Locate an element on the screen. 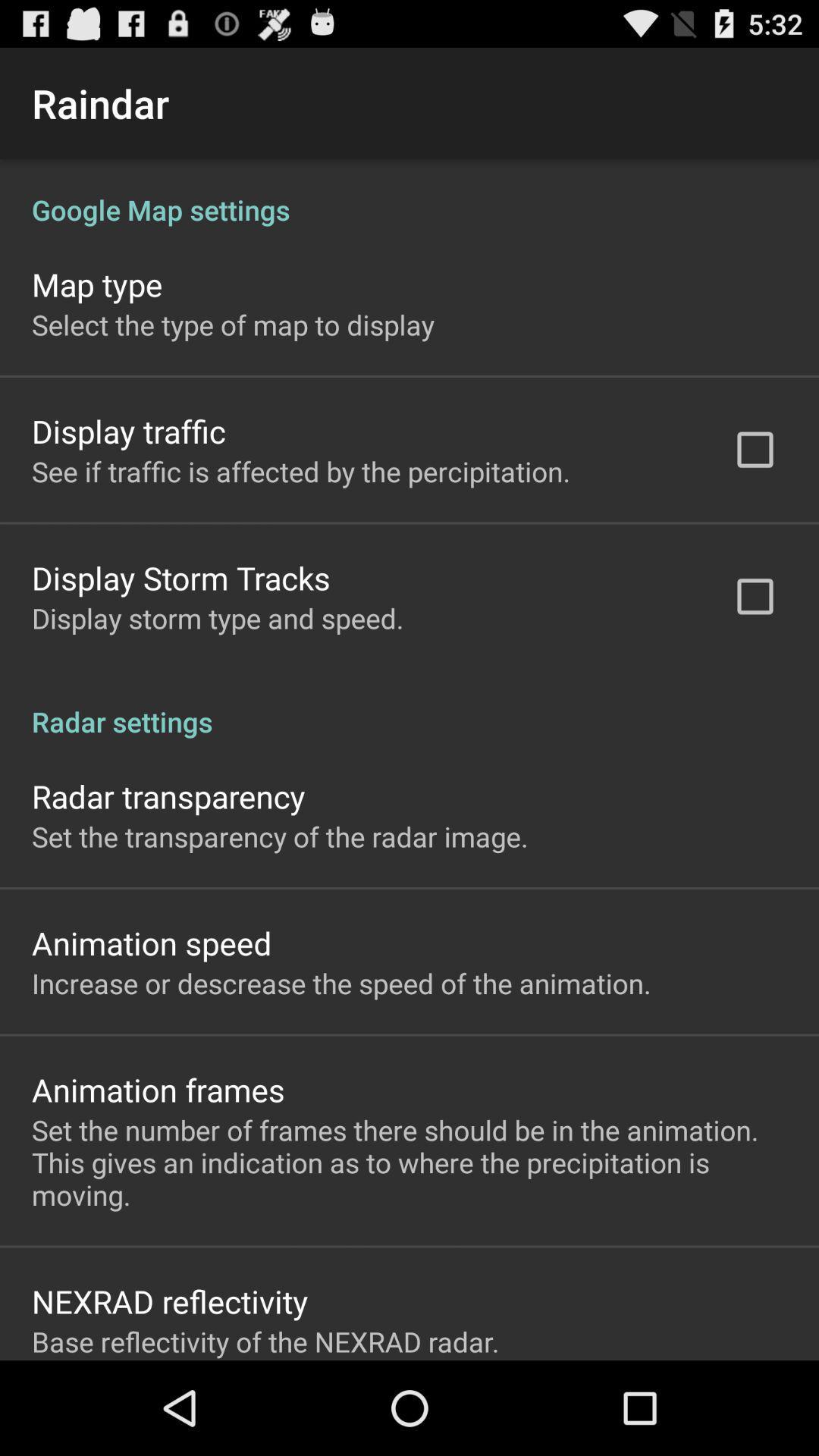  see if traffic icon is located at coordinates (301, 470).